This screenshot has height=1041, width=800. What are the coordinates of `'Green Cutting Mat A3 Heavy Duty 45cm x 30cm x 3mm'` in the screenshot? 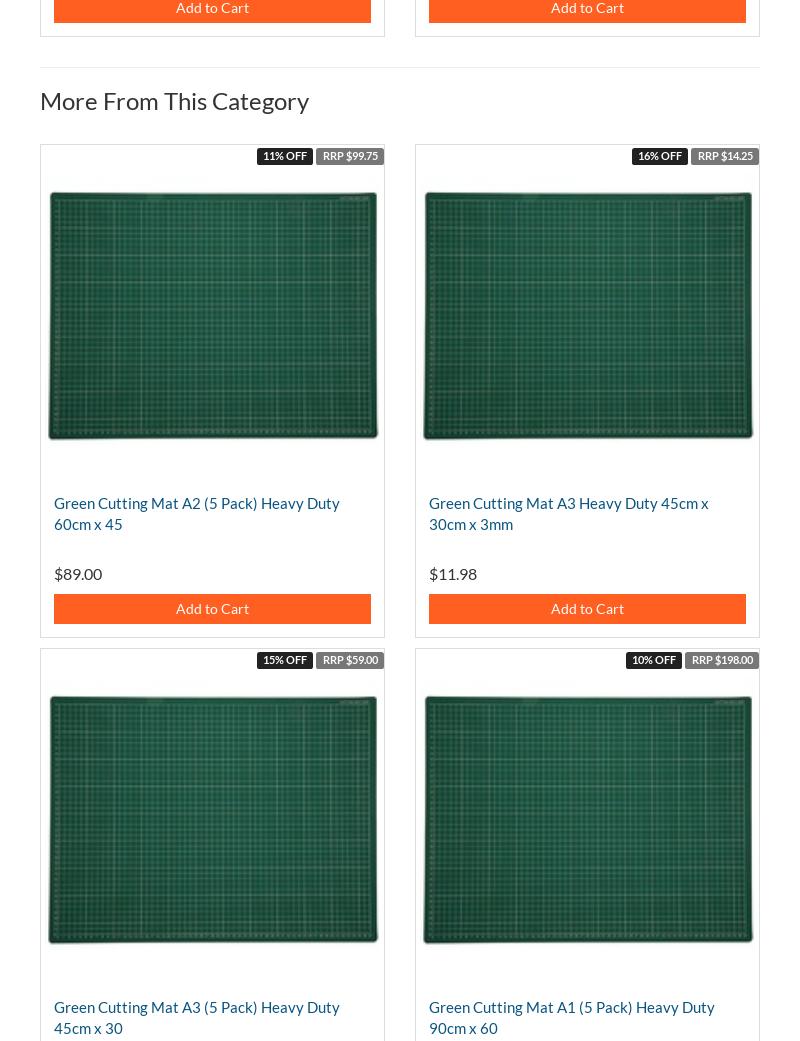 It's located at (567, 512).